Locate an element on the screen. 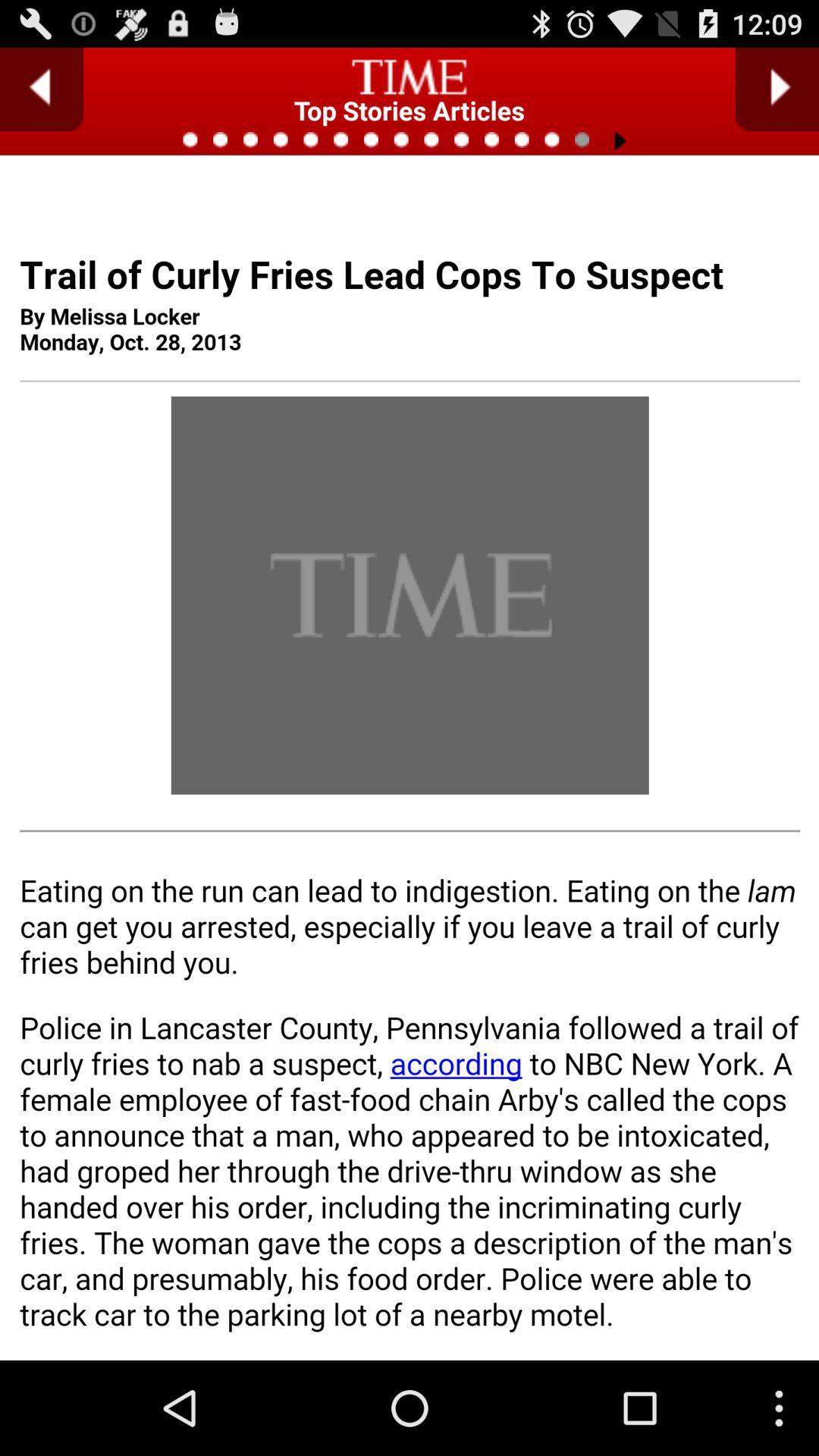  next page is located at coordinates (777, 89).